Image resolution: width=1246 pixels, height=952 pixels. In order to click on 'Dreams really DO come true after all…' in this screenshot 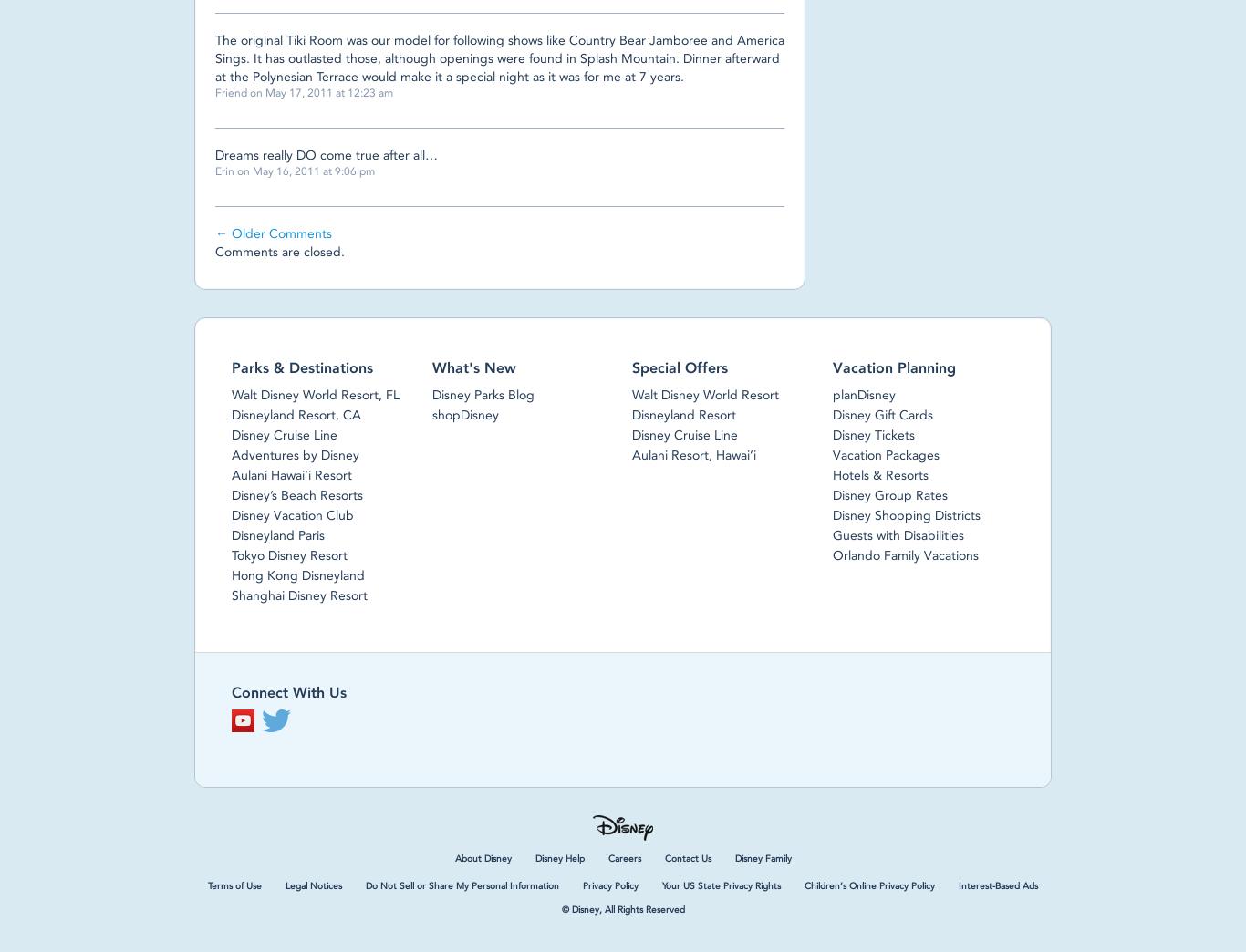, I will do `click(326, 154)`.